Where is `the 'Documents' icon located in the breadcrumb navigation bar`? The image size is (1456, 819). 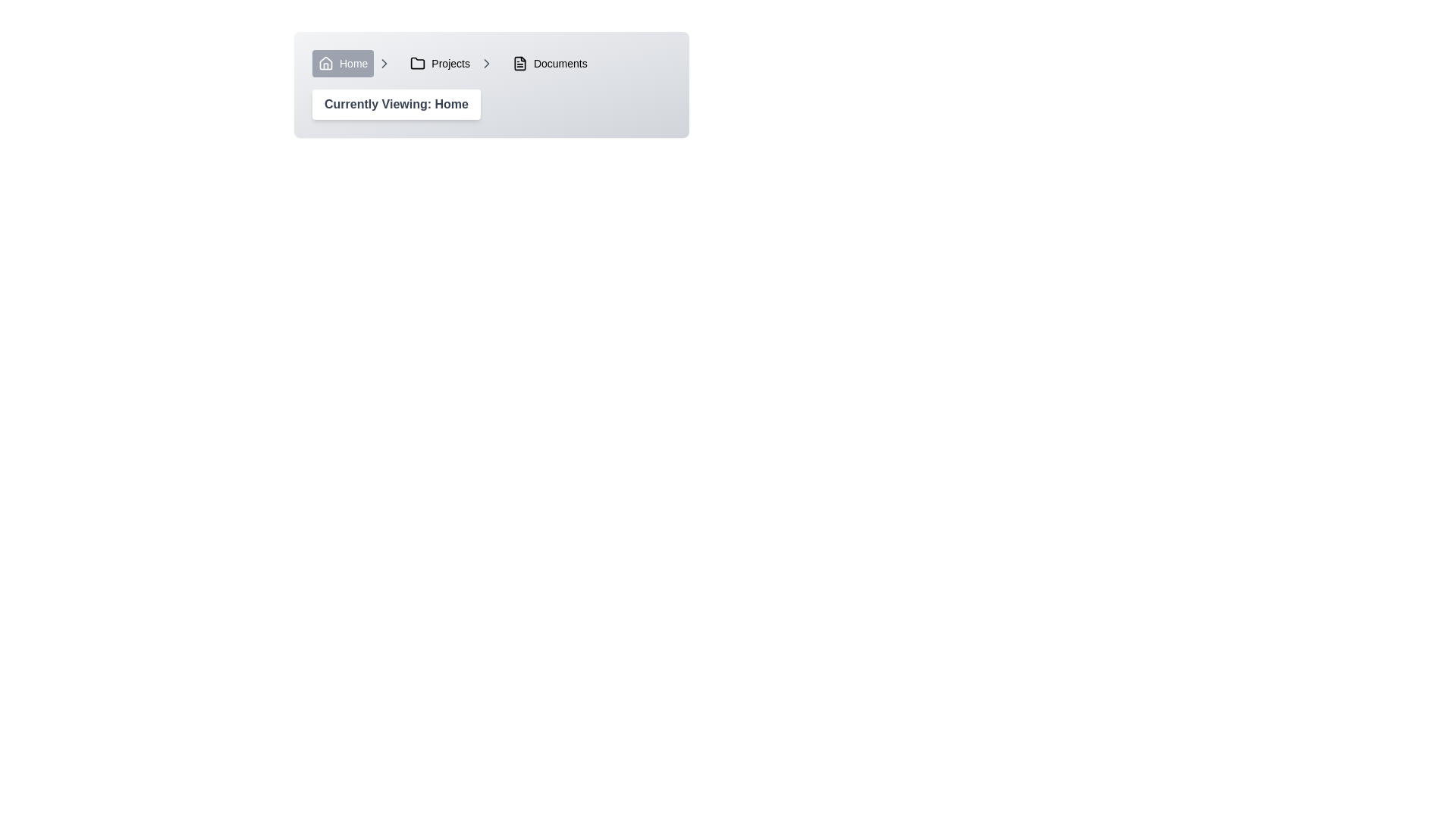 the 'Documents' icon located in the breadcrumb navigation bar is located at coordinates (520, 63).